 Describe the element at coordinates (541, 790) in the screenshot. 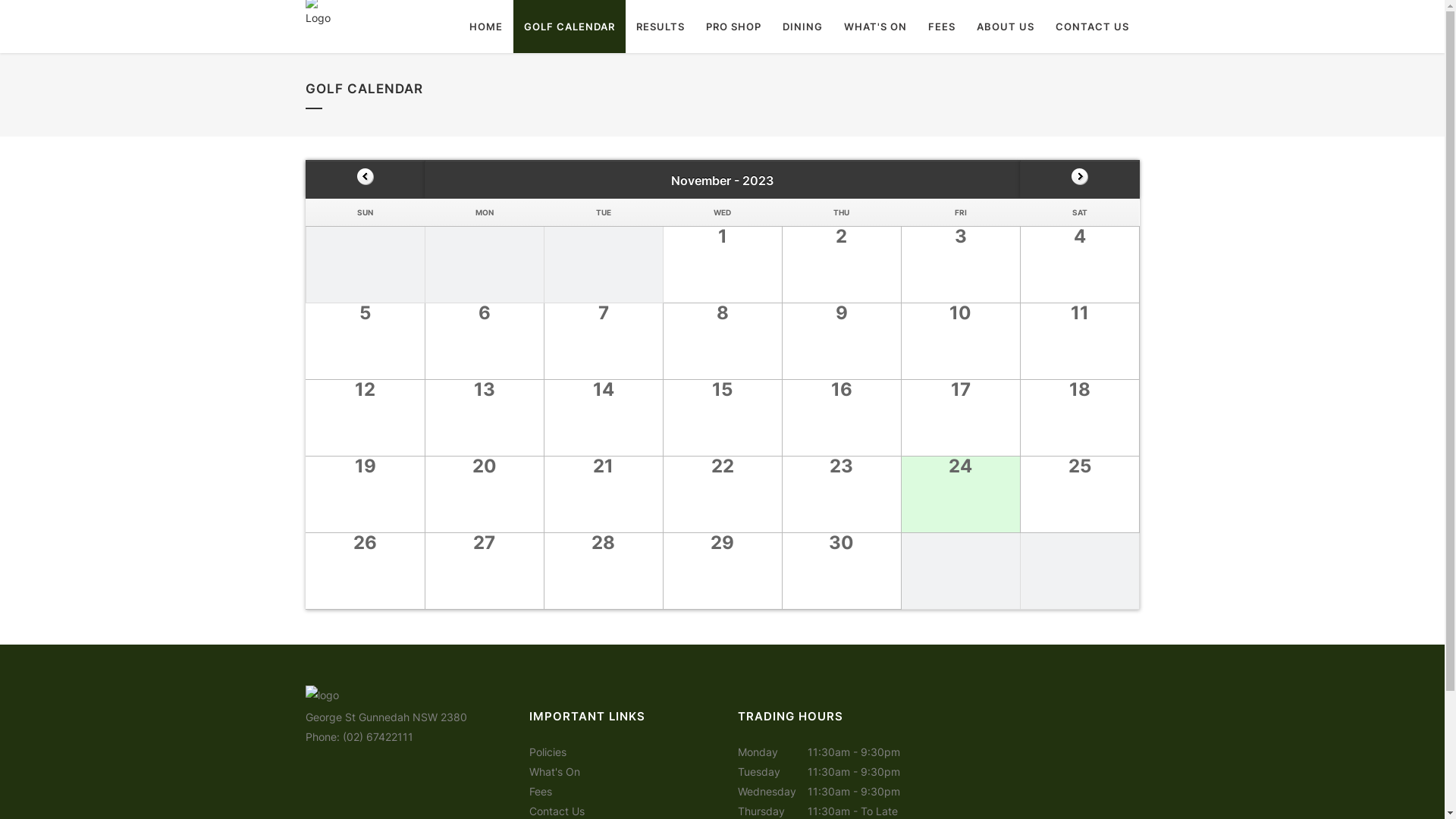

I see `'Fees'` at that location.